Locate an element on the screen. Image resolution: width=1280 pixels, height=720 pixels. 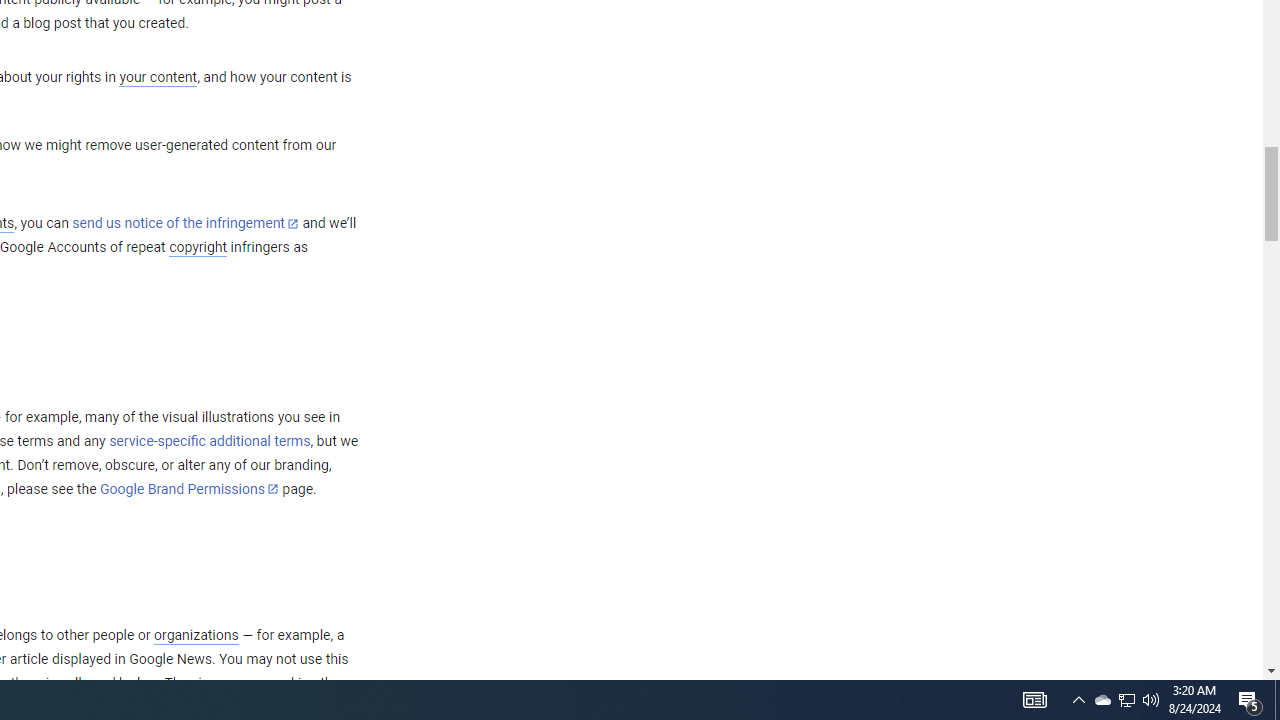
'send us notice of the infringement' is located at coordinates (185, 224).